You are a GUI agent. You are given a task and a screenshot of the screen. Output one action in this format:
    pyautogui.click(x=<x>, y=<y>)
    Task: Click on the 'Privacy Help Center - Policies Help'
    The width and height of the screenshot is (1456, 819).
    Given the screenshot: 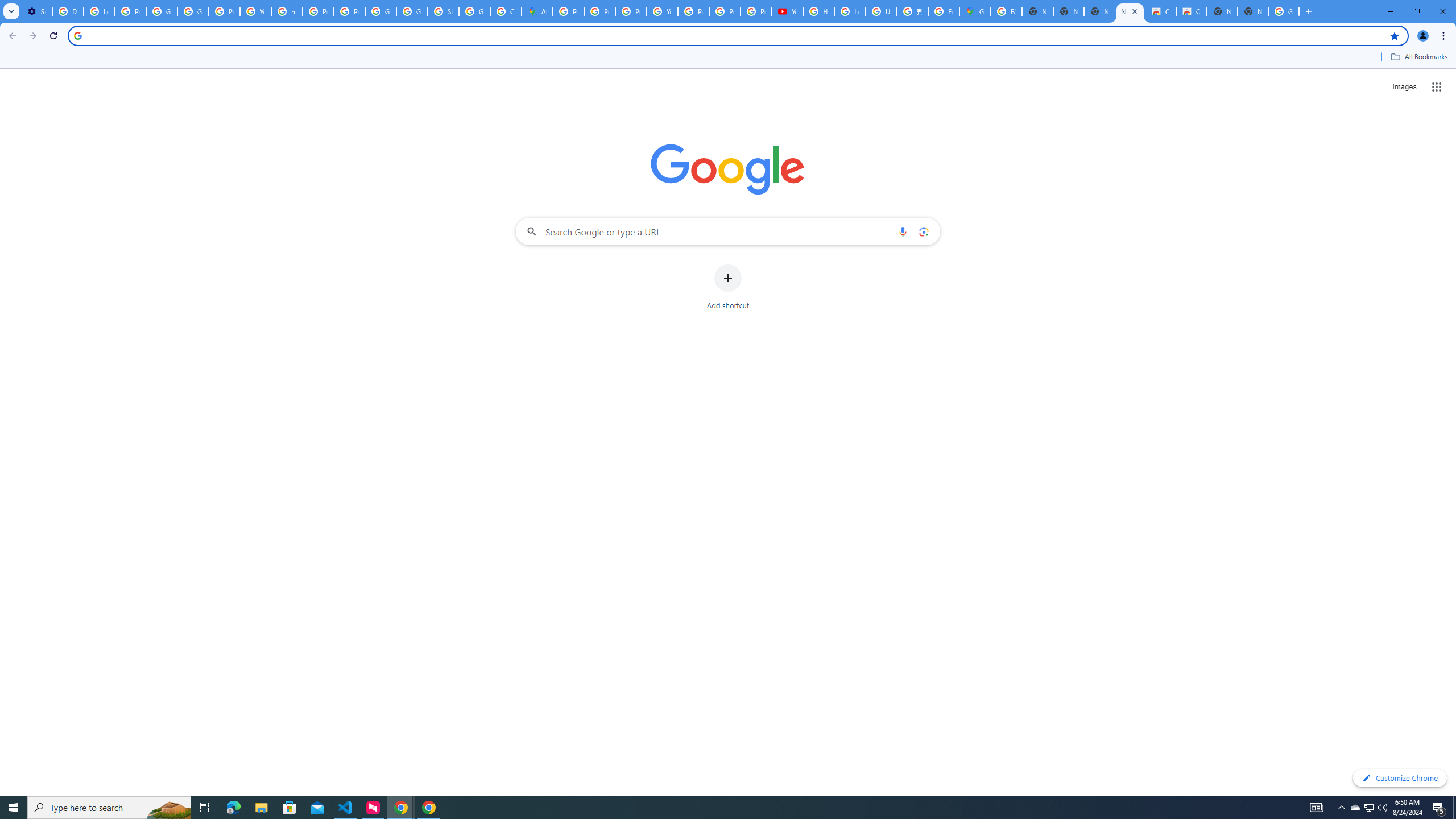 What is the action you would take?
    pyautogui.click(x=599, y=11)
    